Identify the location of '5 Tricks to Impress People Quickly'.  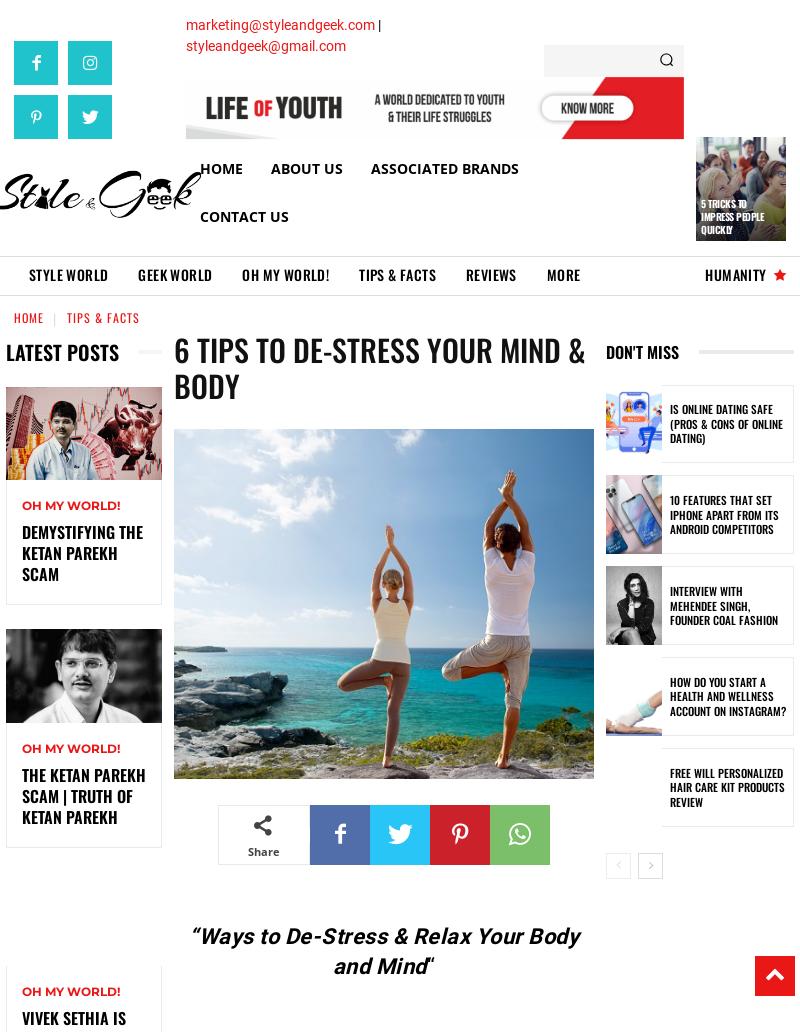
(700, 214).